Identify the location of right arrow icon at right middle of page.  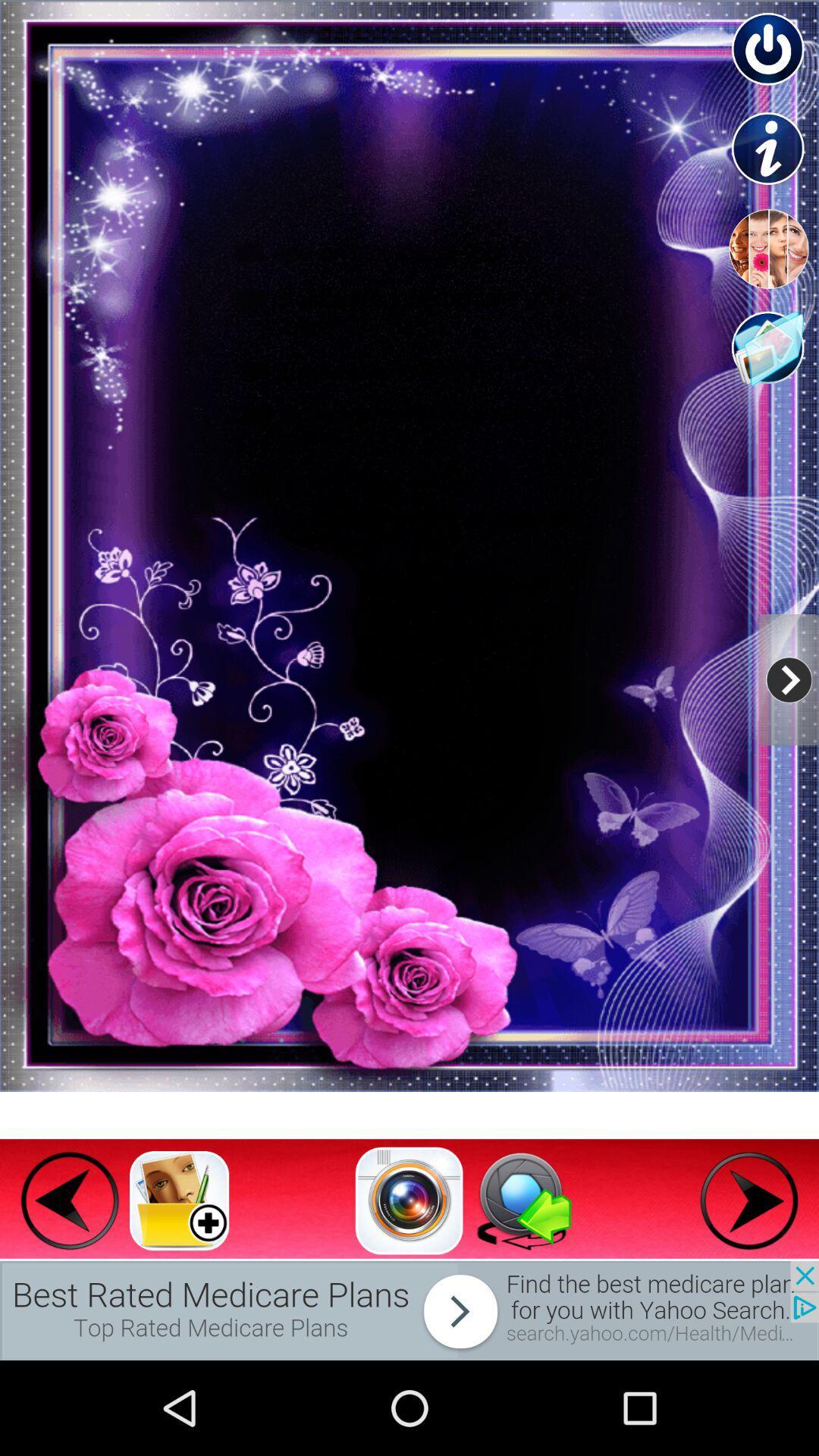
(788, 679).